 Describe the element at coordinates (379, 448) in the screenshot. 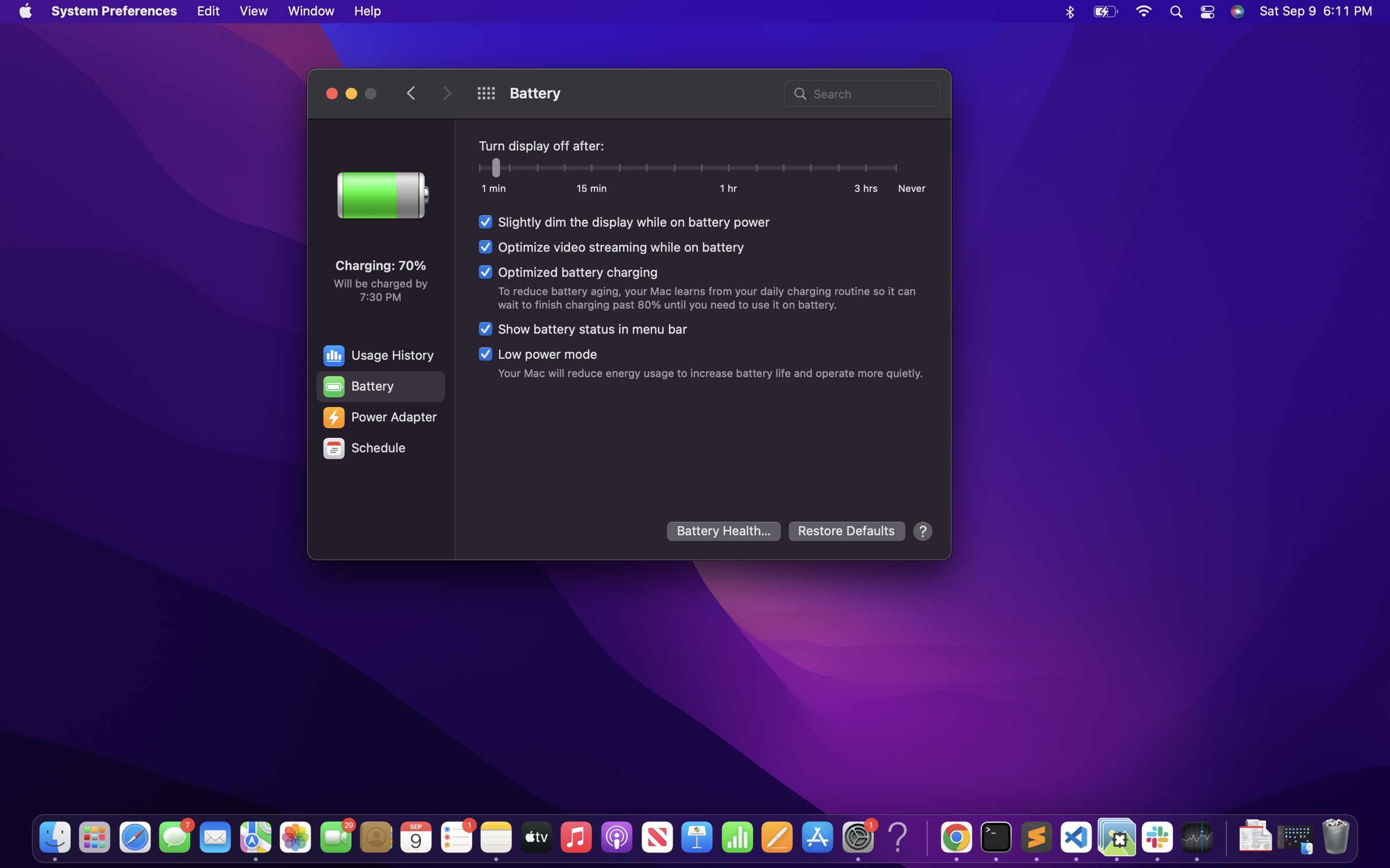

I see `Go to the settings of the schedule` at that location.